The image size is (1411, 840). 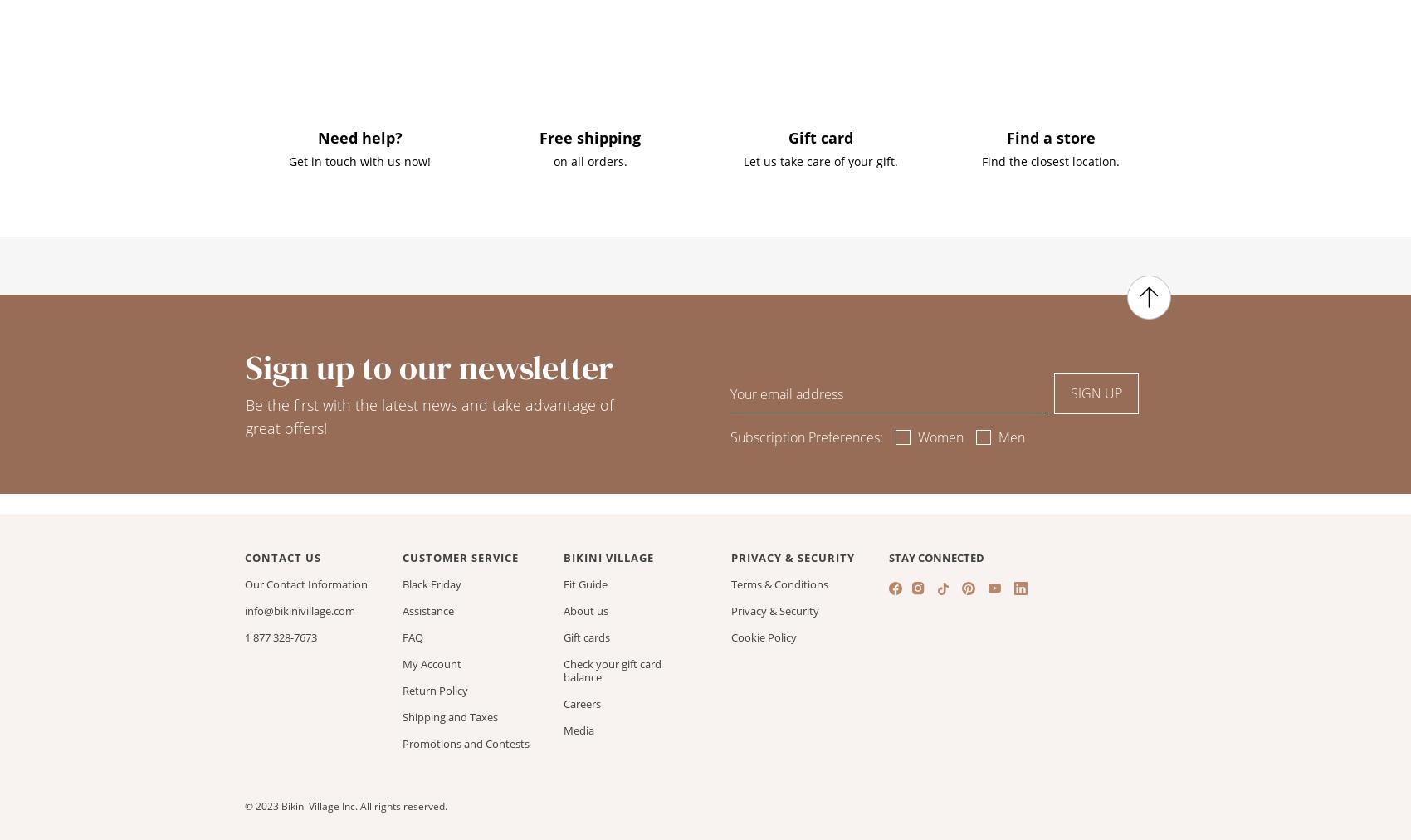 I want to click on 'Fit Guide', so click(x=585, y=584).